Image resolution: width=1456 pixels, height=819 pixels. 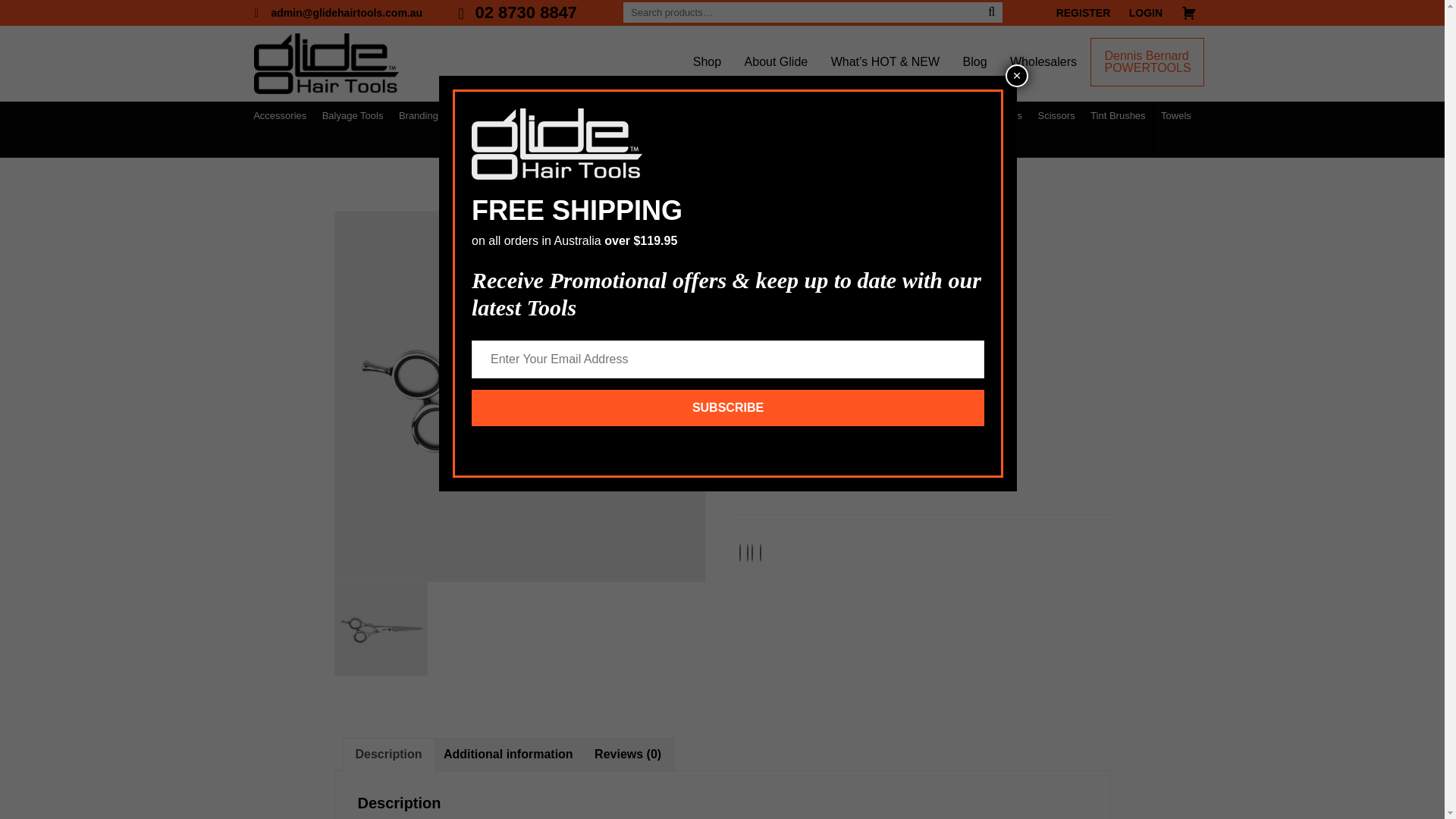 What do you see at coordinates (352, 115) in the screenshot?
I see `'Balyage Tools'` at bounding box center [352, 115].